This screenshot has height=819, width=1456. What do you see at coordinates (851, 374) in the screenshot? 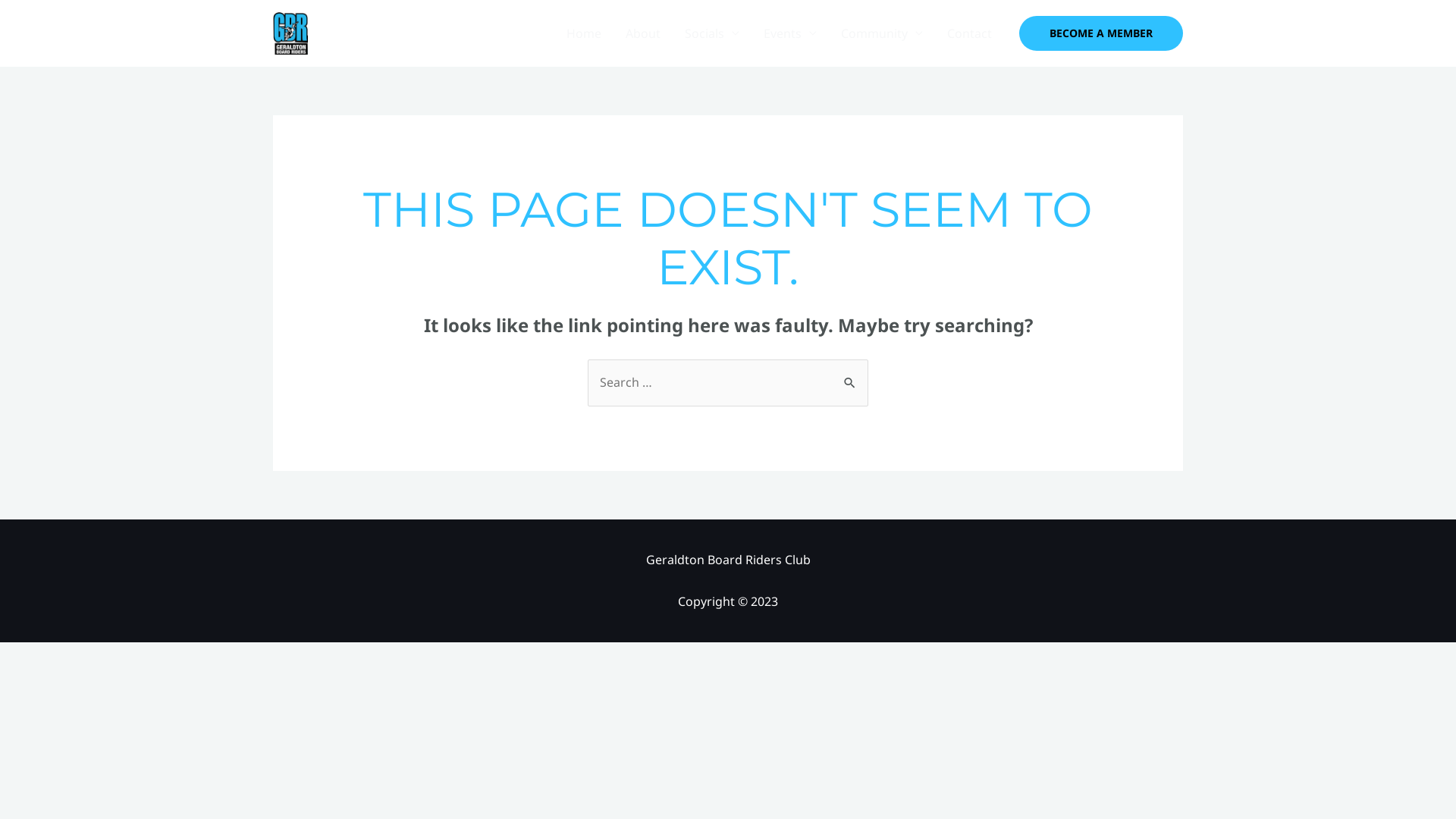
I see `'Search'` at bounding box center [851, 374].